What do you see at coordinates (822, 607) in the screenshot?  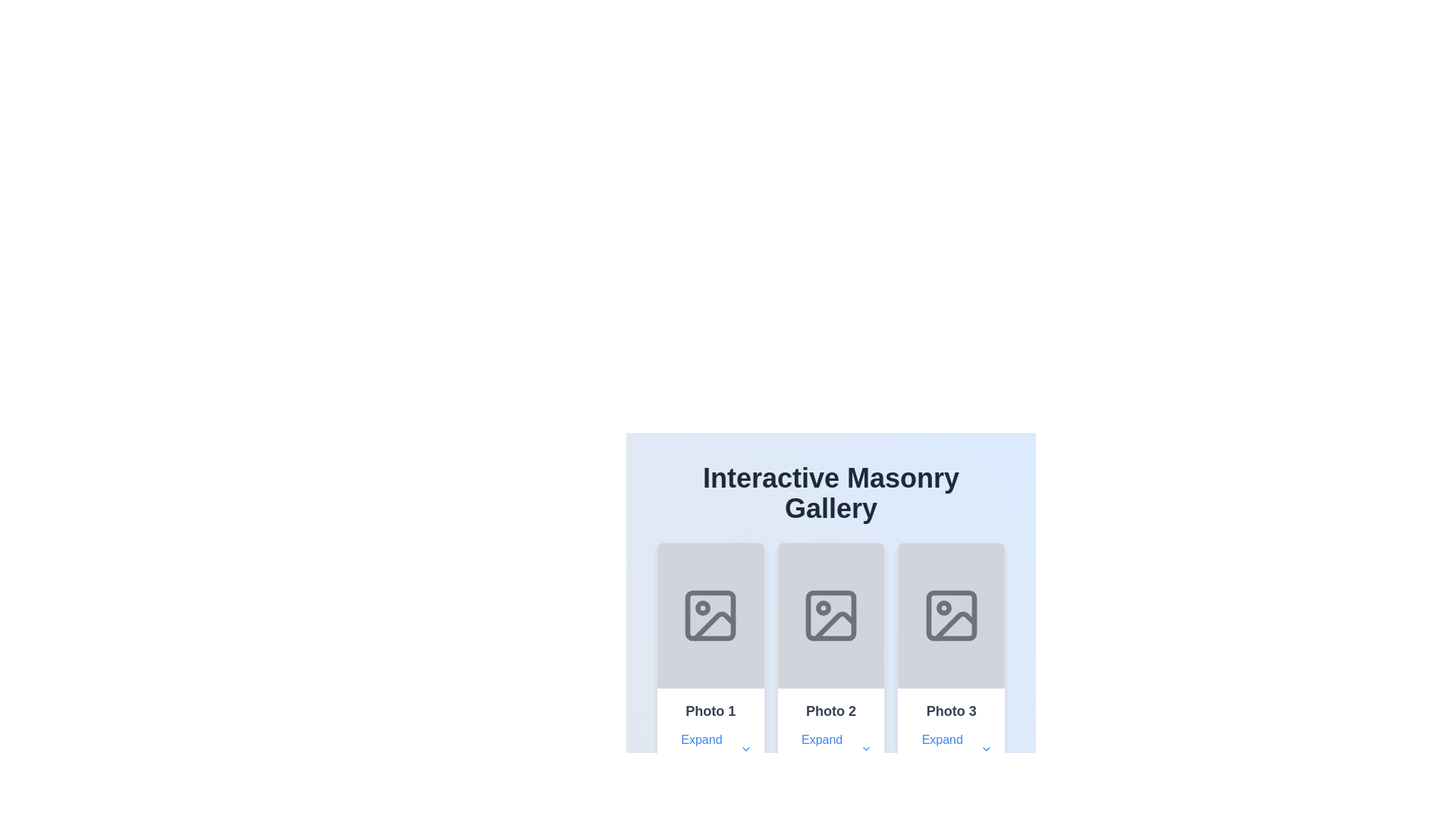 I see `the circular graphic detail within the image icon of the 'Photo 2' card` at bounding box center [822, 607].